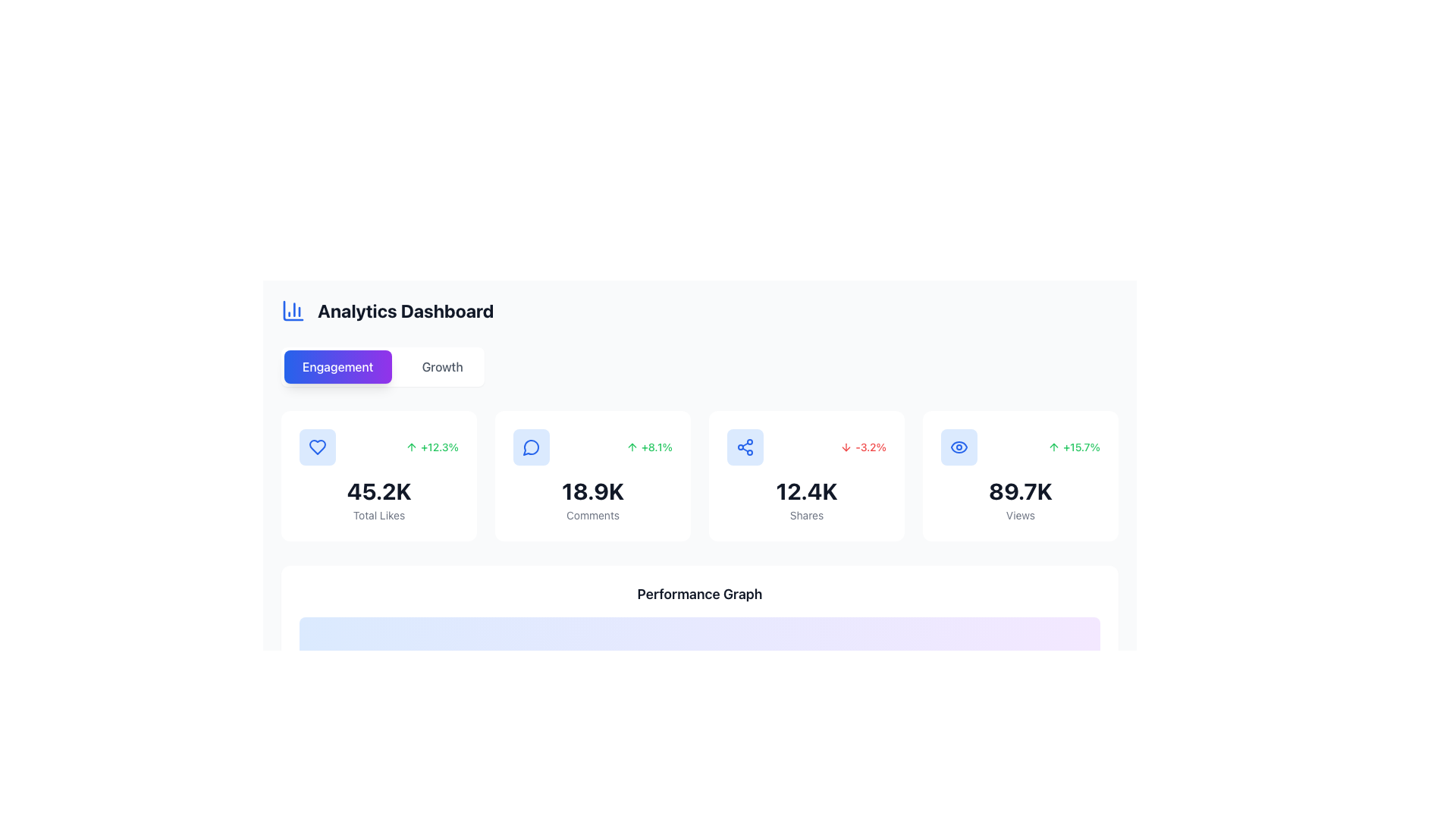  What do you see at coordinates (806, 491) in the screenshot?
I see `displayed value of the share count from the Text Display located in the 'Shares' card, which is centrally positioned among four cards on the dashboard` at bounding box center [806, 491].